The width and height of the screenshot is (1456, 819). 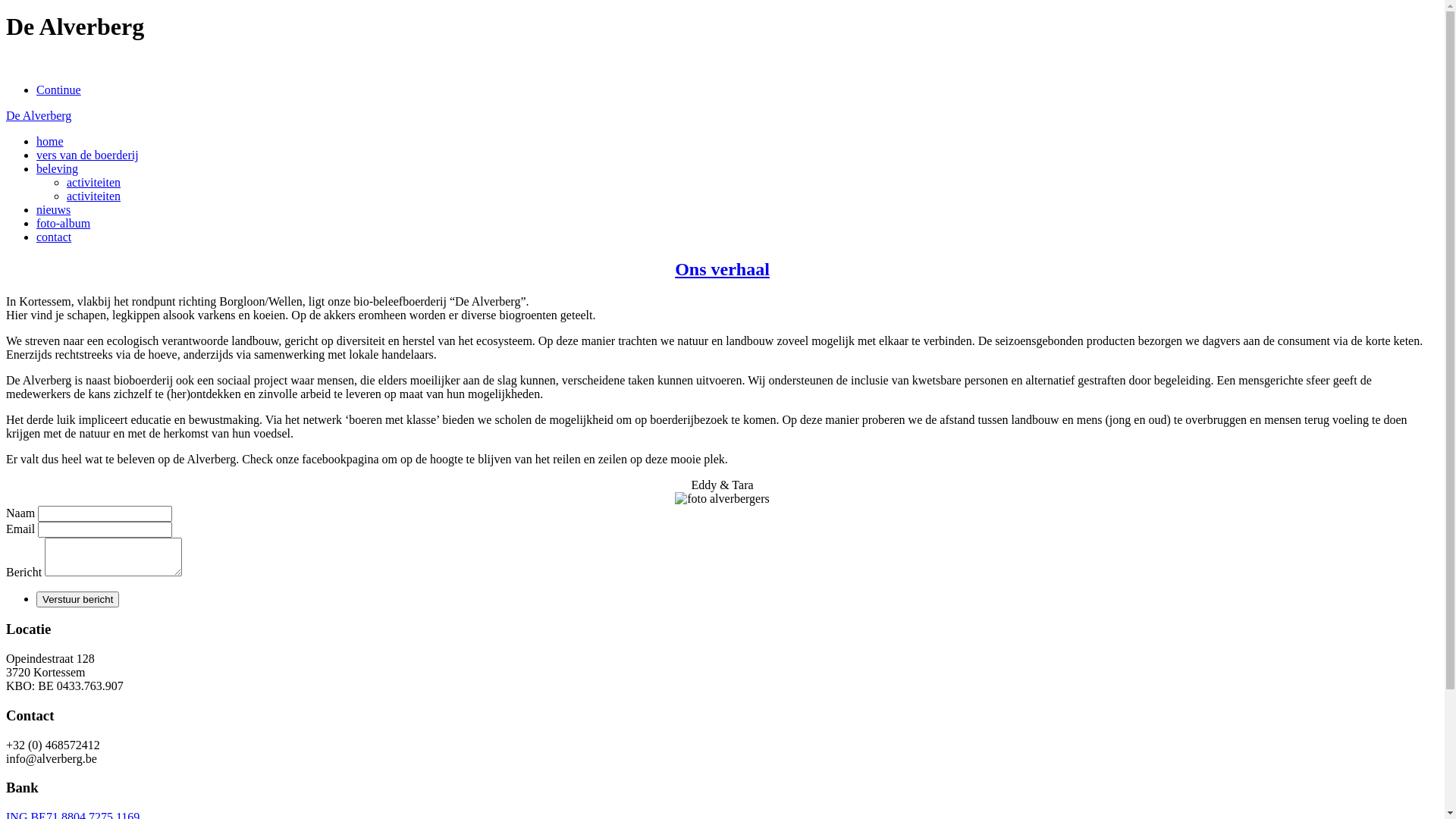 I want to click on 'Verstuur bericht', so click(x=36, y=598).